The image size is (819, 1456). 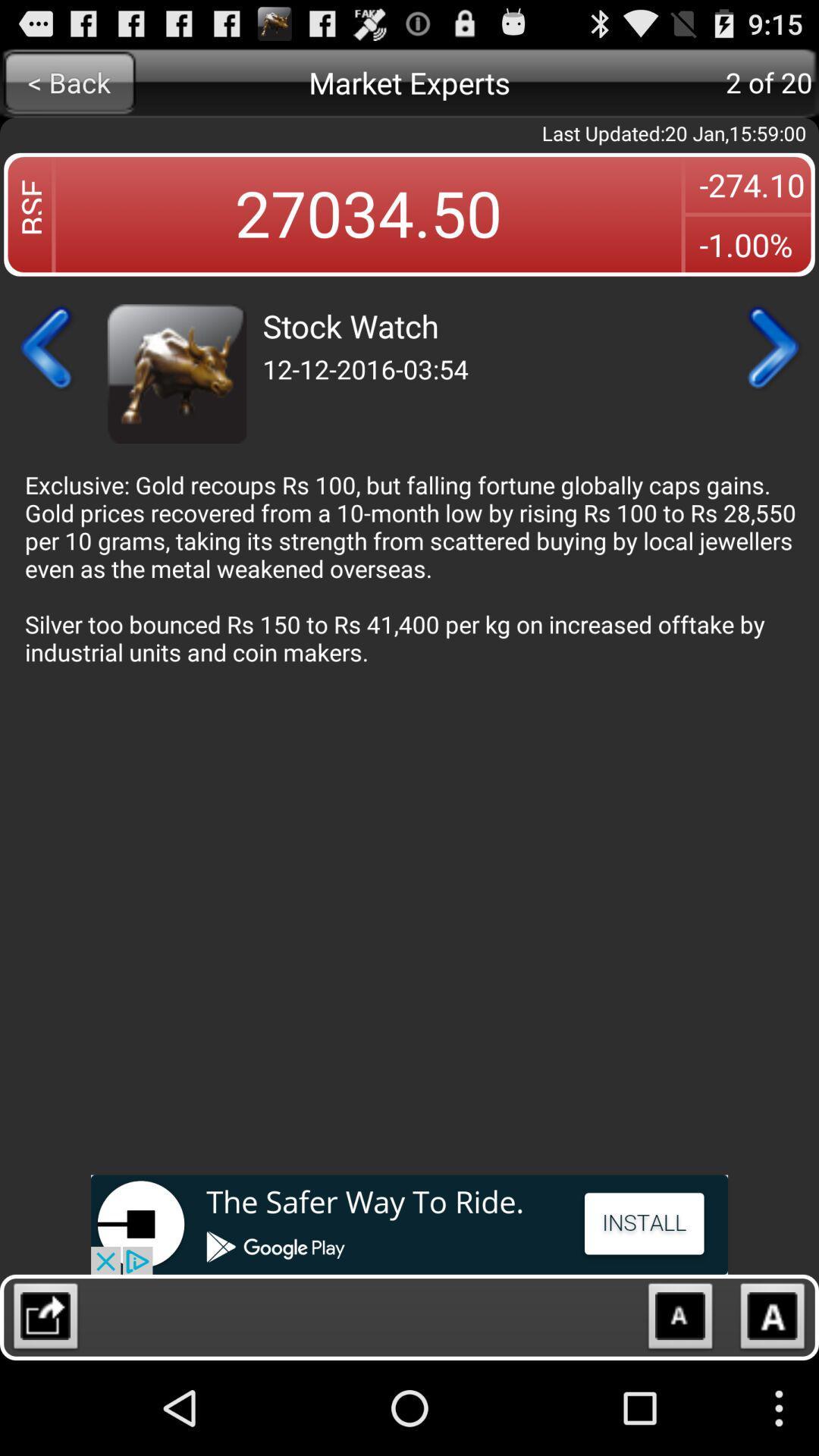 What do you see at coordinates (679, 1319) in the screenshot?
I see `the first icon which is to the right side of the text filed input box` at bounding box center [679, 1319].